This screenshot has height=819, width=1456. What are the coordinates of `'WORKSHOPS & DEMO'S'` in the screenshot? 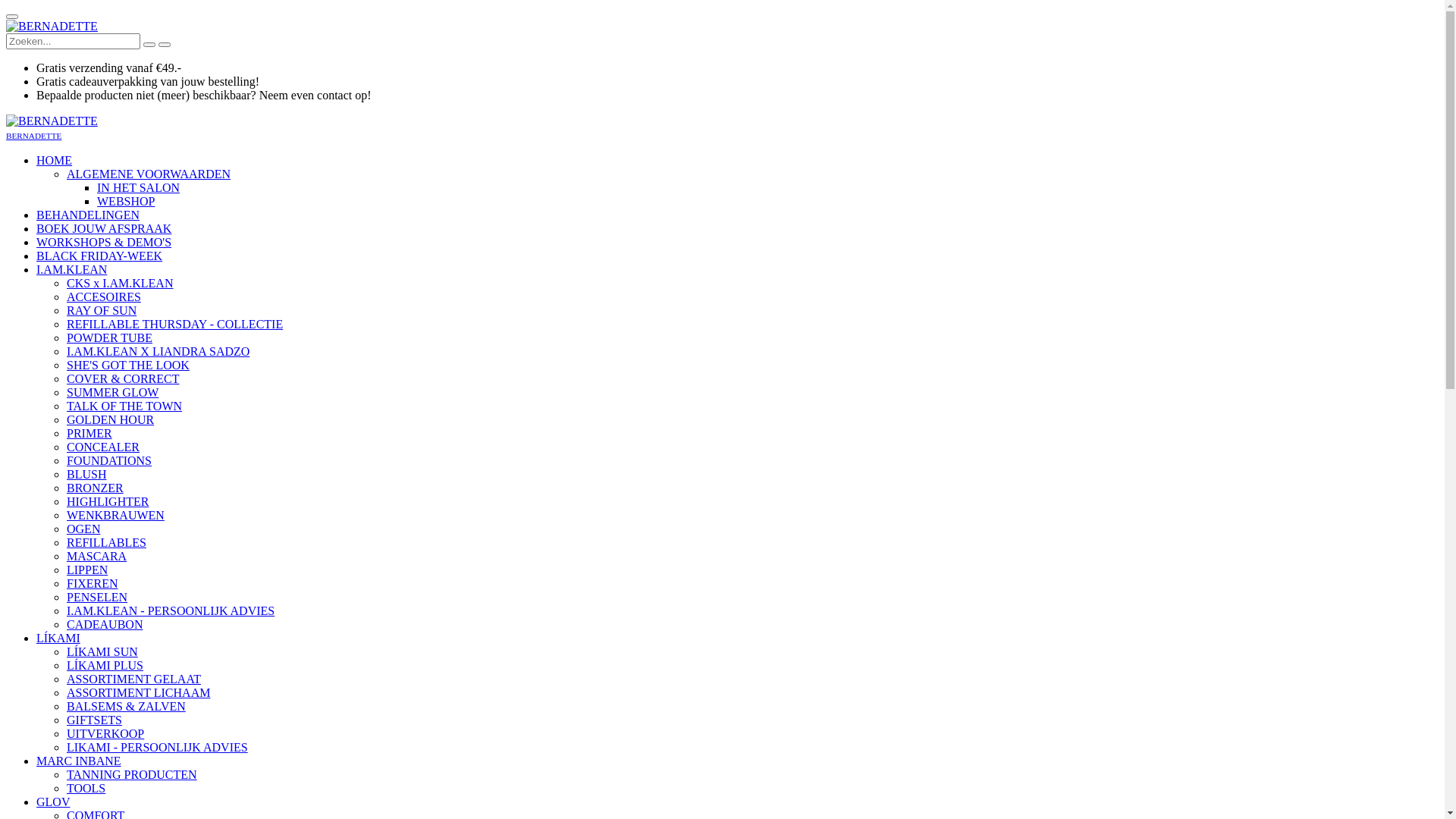 It's located at (36, 241).